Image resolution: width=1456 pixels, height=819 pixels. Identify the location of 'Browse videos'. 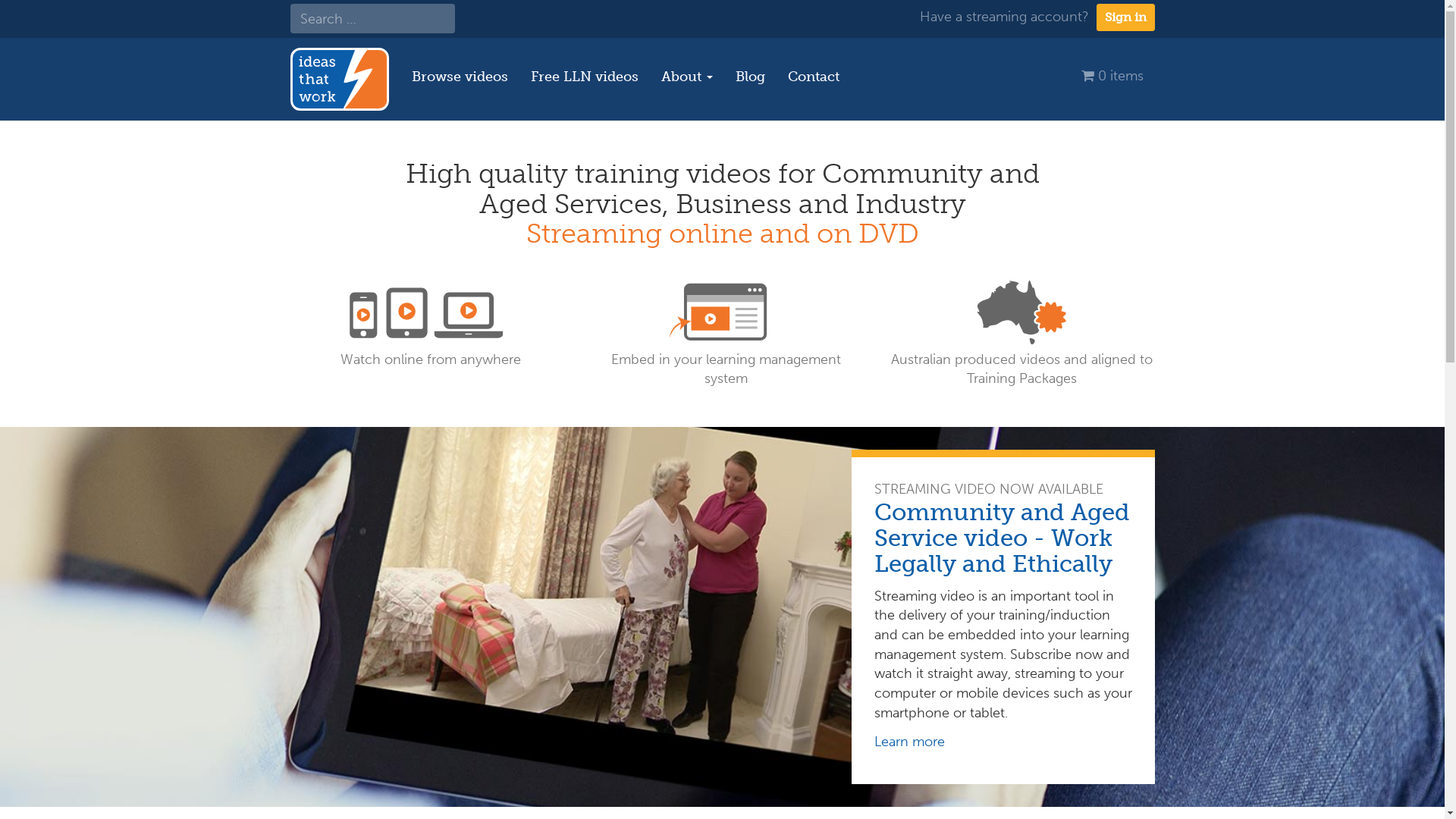
(459, 76).